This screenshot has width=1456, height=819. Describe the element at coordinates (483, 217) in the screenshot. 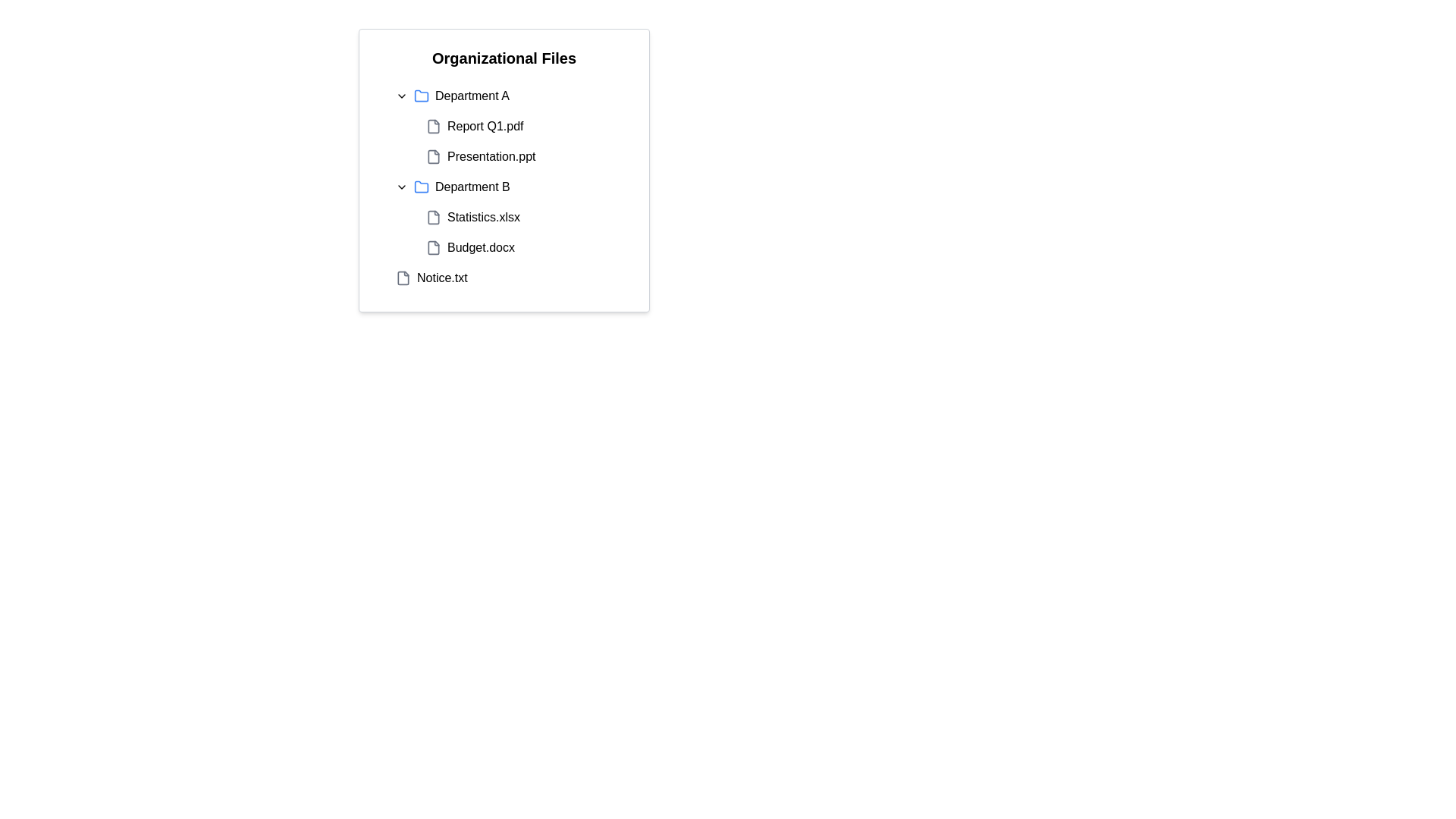

I see `the Text label that serves as a file identifier under the 'Department B' subsection` at that location.